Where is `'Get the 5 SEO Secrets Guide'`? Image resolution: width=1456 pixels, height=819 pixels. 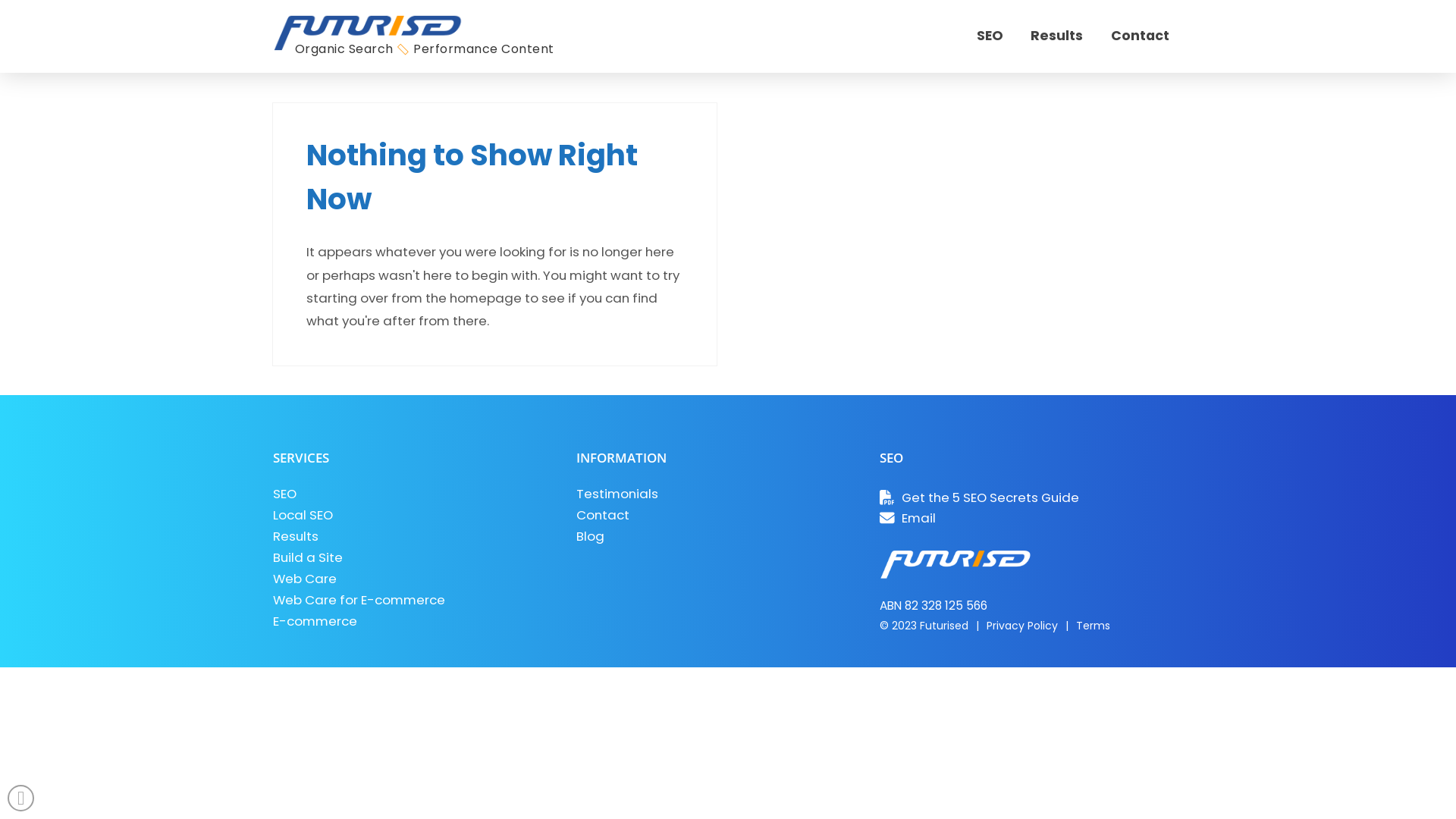 'Get the 5 SEO Secrets Guide' is located at coordinates (1020, 497).